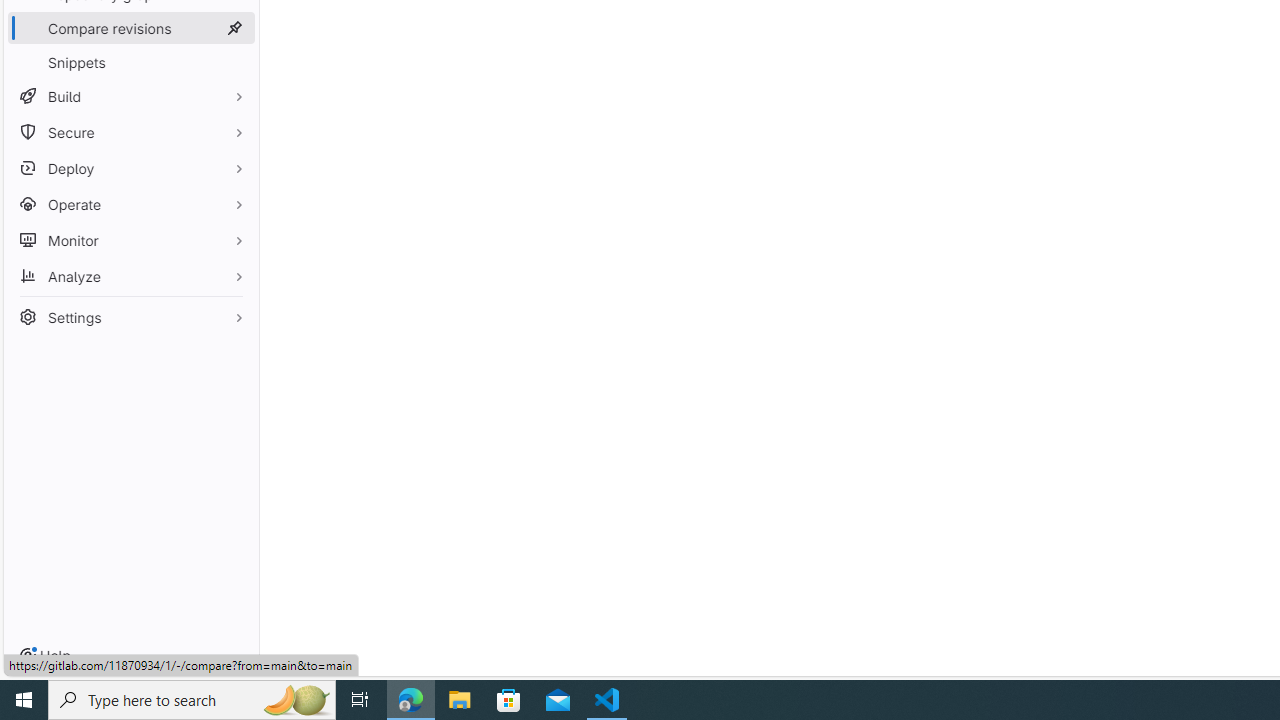 This screenshot has height=720, width=1280. Describe the element at coordinates (234, 61) in the screenshot. I see `'Pin Snippets'` at that location.